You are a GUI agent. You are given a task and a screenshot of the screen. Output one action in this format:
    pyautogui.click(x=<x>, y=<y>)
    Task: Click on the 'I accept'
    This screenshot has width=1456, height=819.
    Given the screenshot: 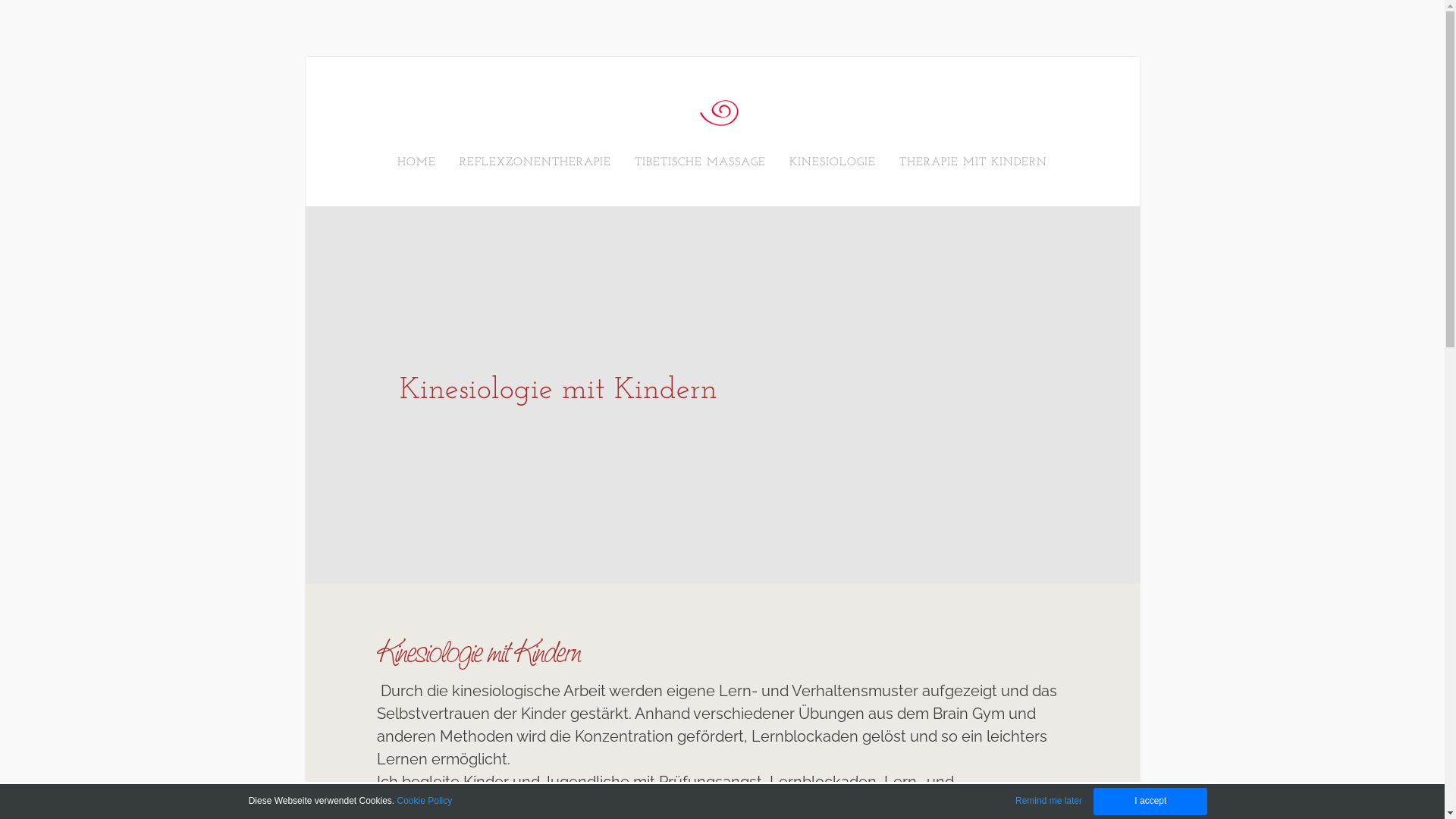 What is the action you would take?
    pyautogui.click(x=1150, y=800)
    